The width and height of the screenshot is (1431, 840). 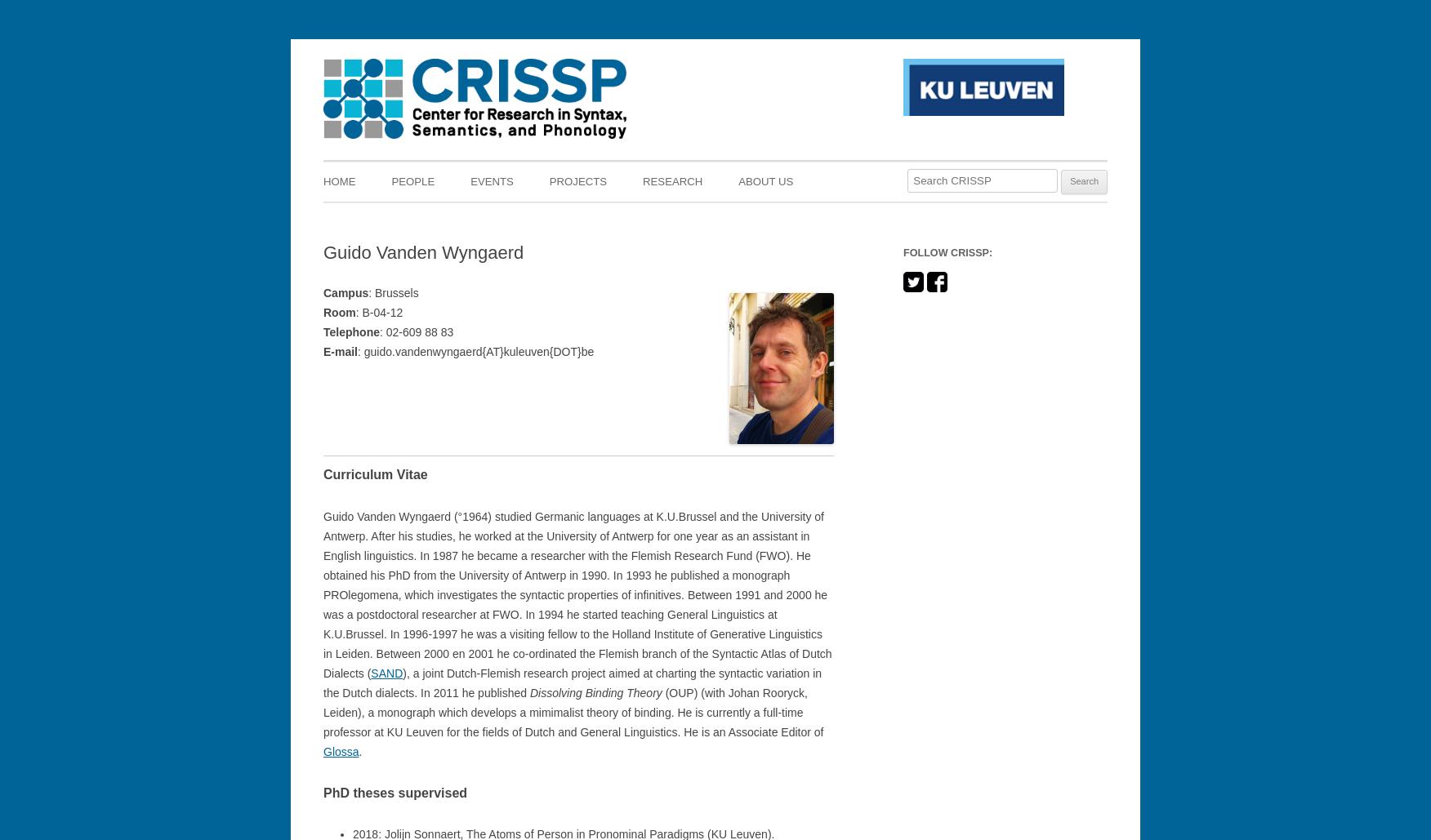 What do you see at coordinates (338, 311) in the screenshot?
I see `'Room'` at bounding box center [338, 311].